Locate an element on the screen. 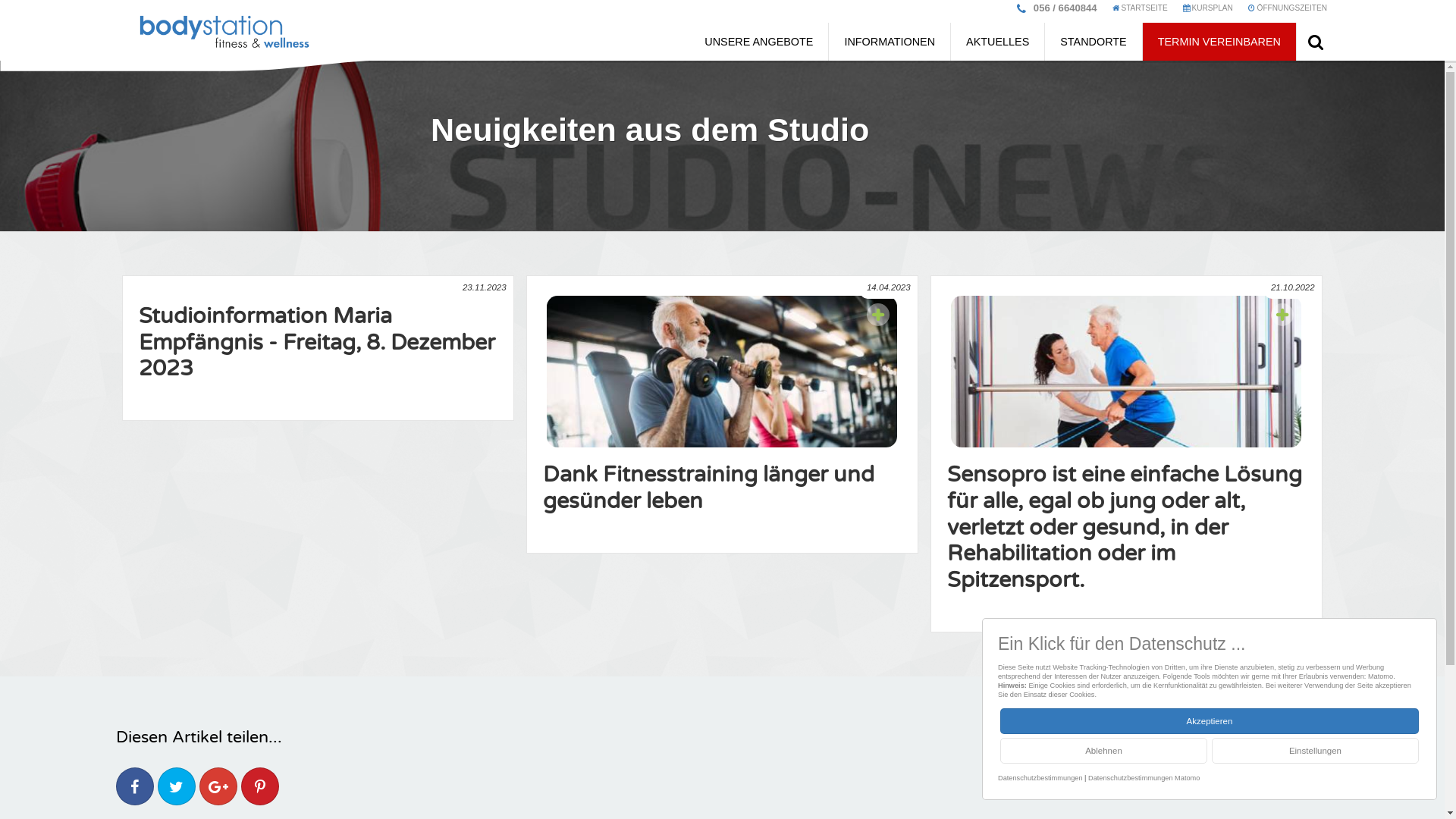 The width and height of the screenshot is (1456, 819). 'Share via Pinterest' is located at coordinates (259, 786).